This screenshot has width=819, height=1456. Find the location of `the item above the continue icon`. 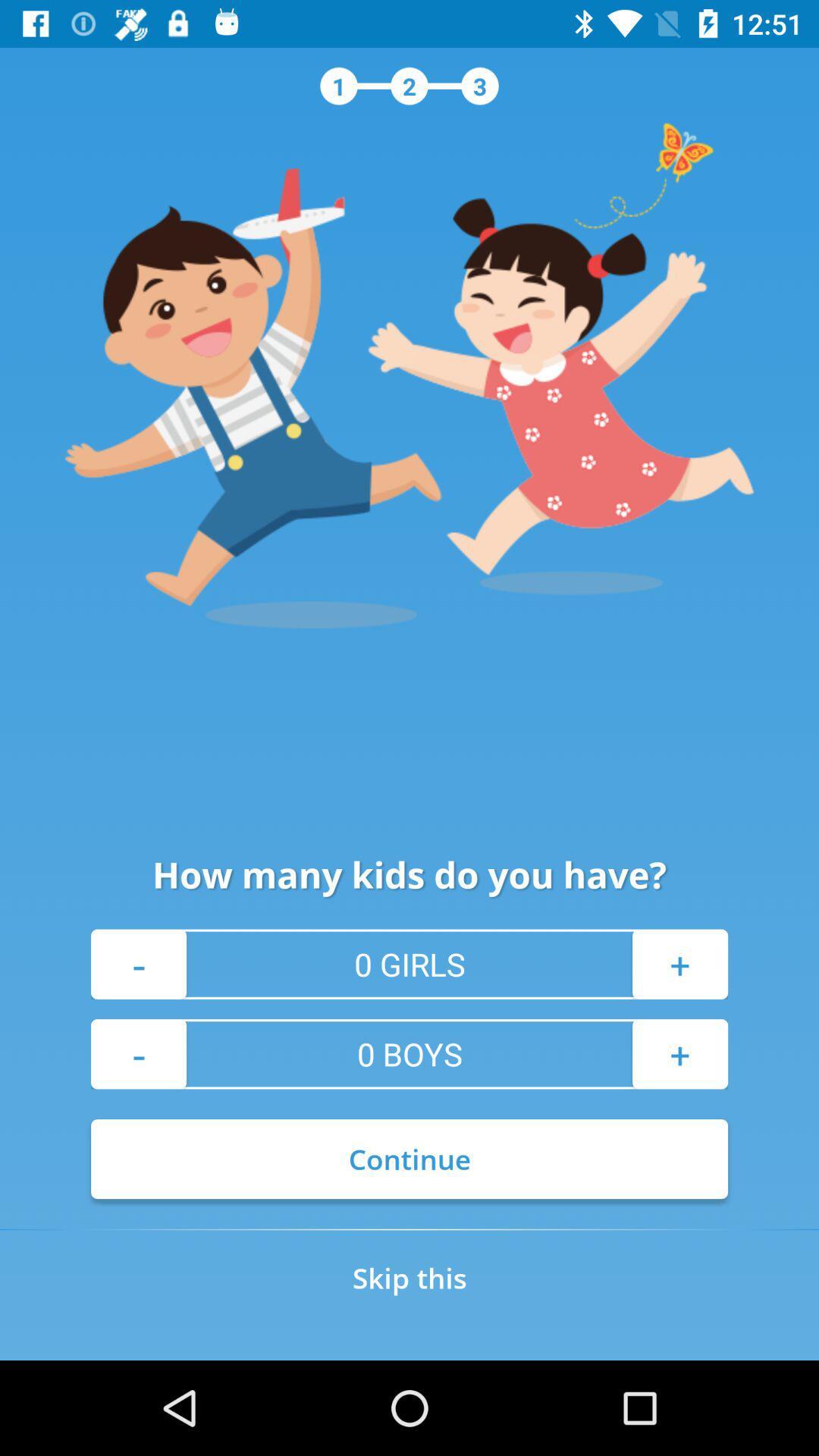

the item above the continue icon is located at coordinates (138, 1053).